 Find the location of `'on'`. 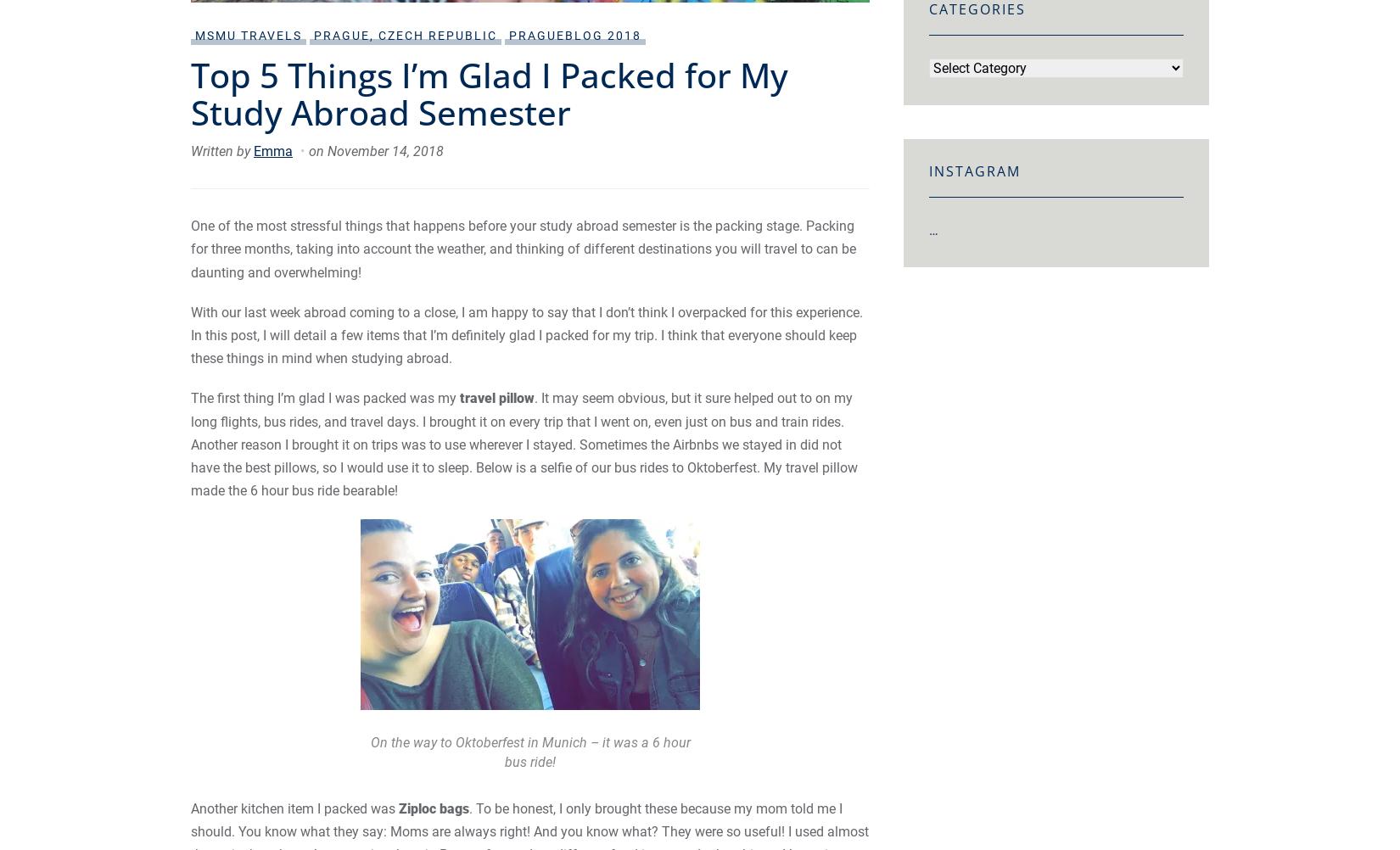

'on' is located at coordinates (318, 151).